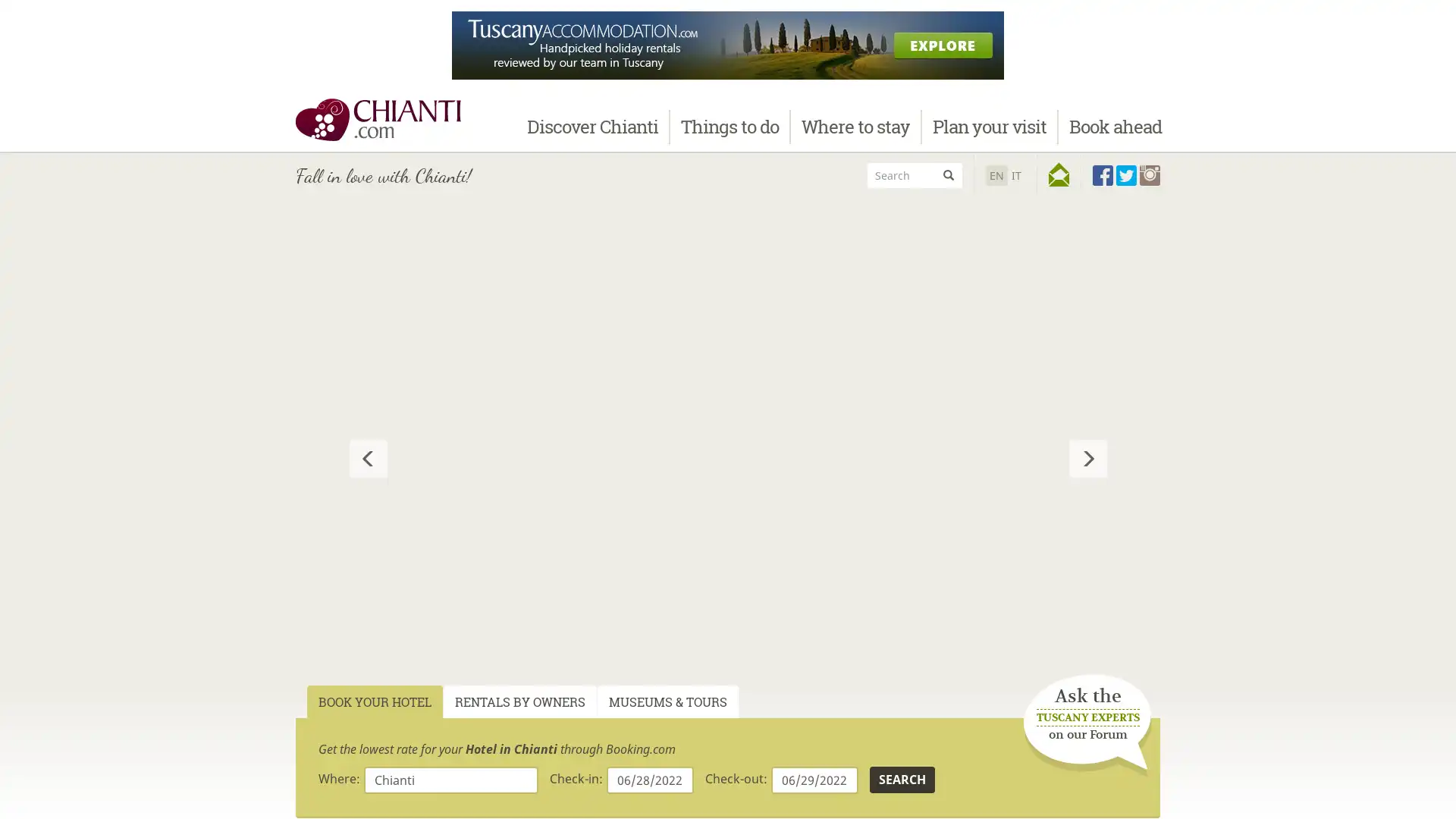 This screenshot has height=819, width=1456. I want to click on Plan your visit, so click(990, 126).